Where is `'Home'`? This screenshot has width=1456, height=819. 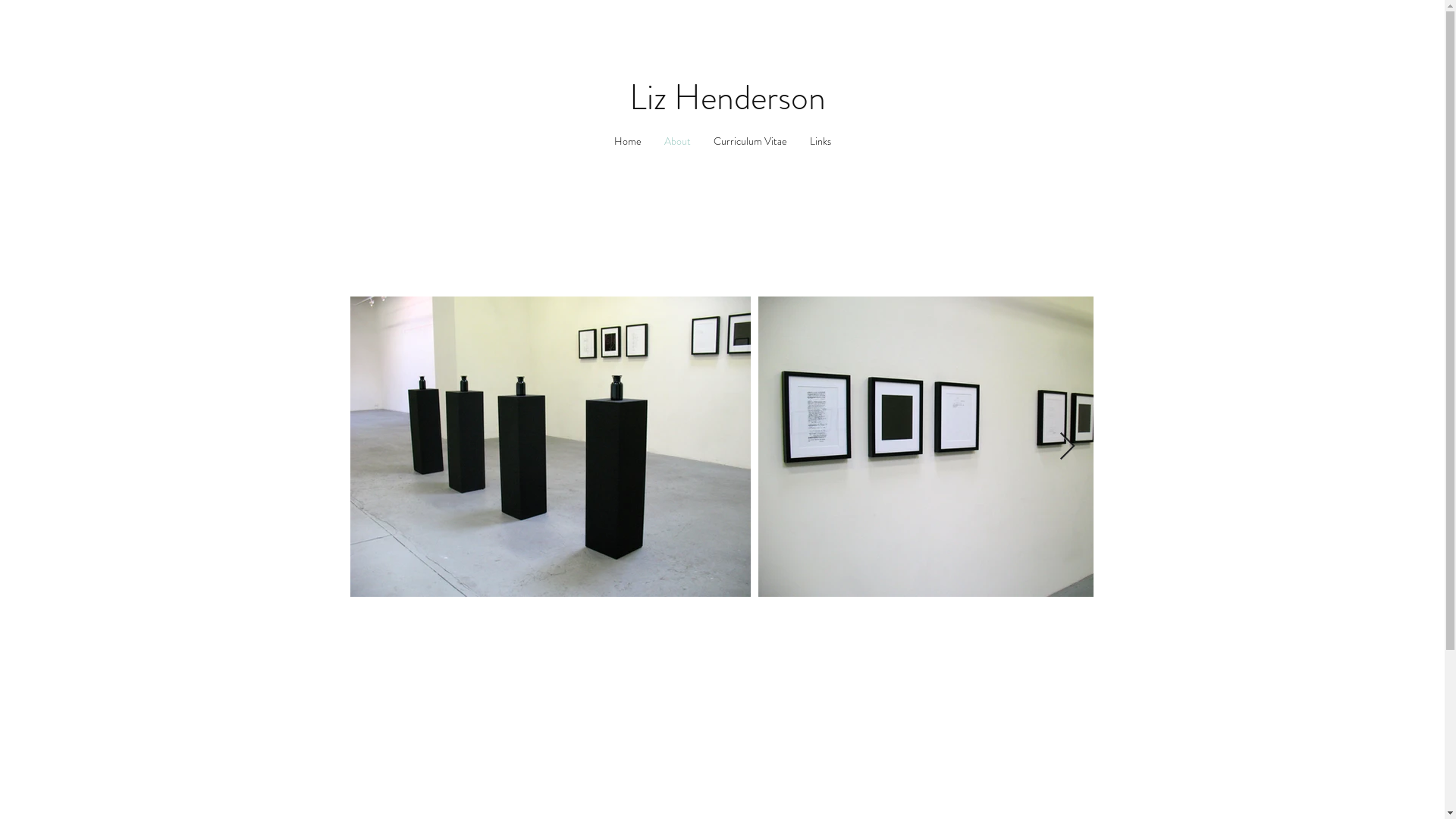 'Home' is located at coordinates (601, 141).